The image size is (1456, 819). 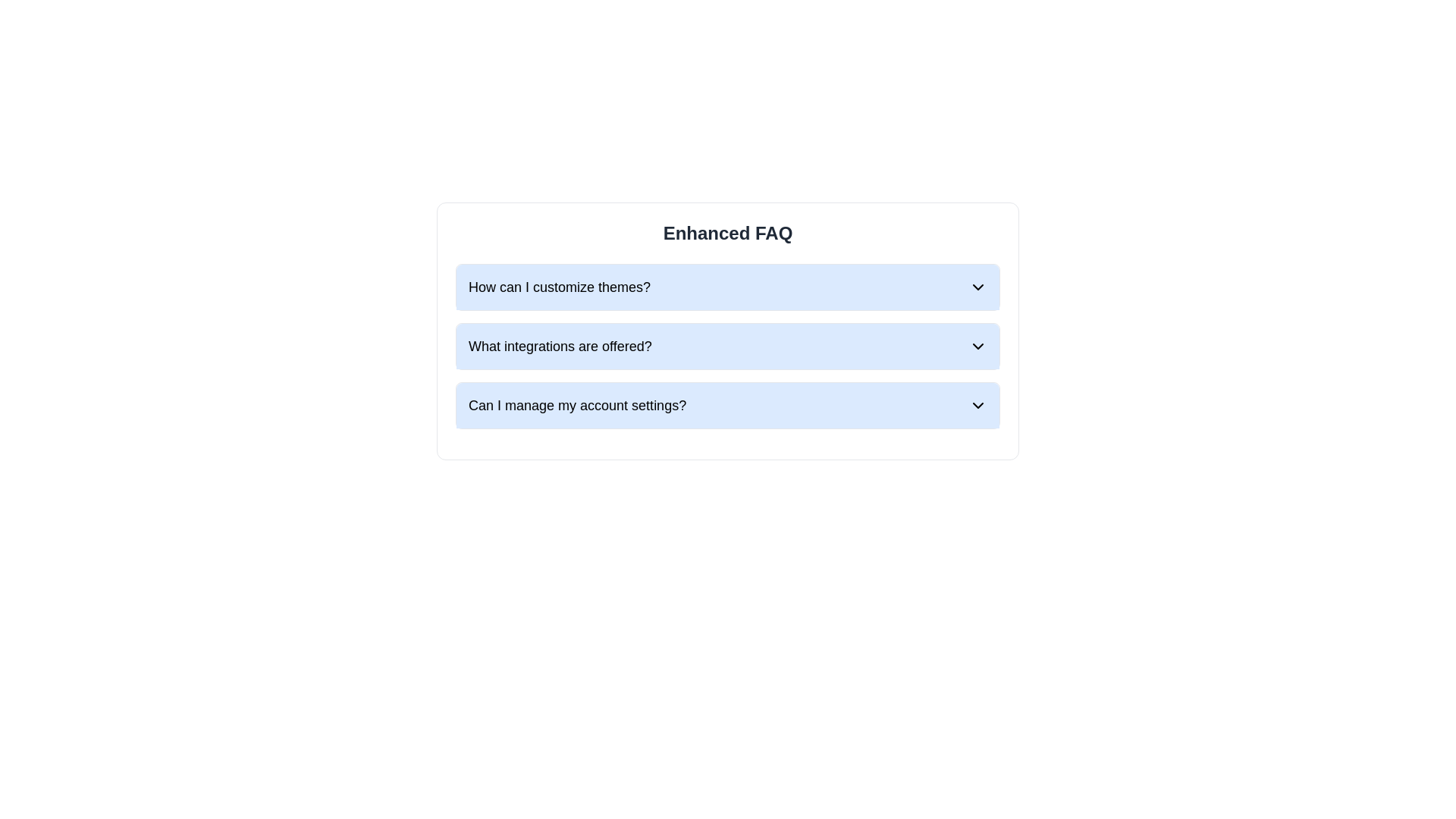 I want to click on the downward-facing chevron icon located in a light blue rounded rectangle, which is positioned at the top-right corner next to the text 'Can I manage my account settings?', so click(x=978, y=405).